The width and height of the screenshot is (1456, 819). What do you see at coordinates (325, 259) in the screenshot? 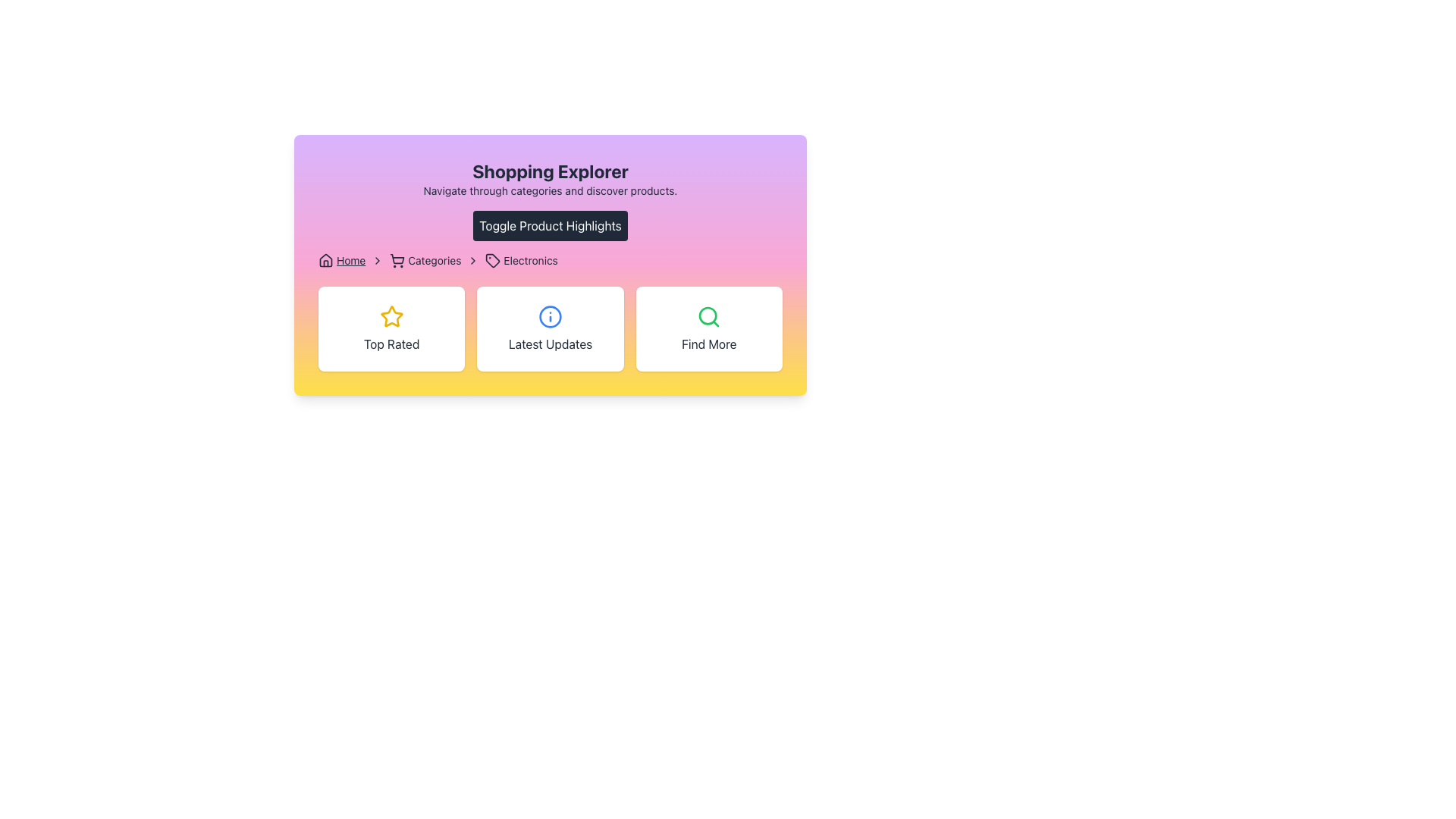
I see `the 'Home' icon in the breadcrumb navigation bar` at bounding box center [325, 259].